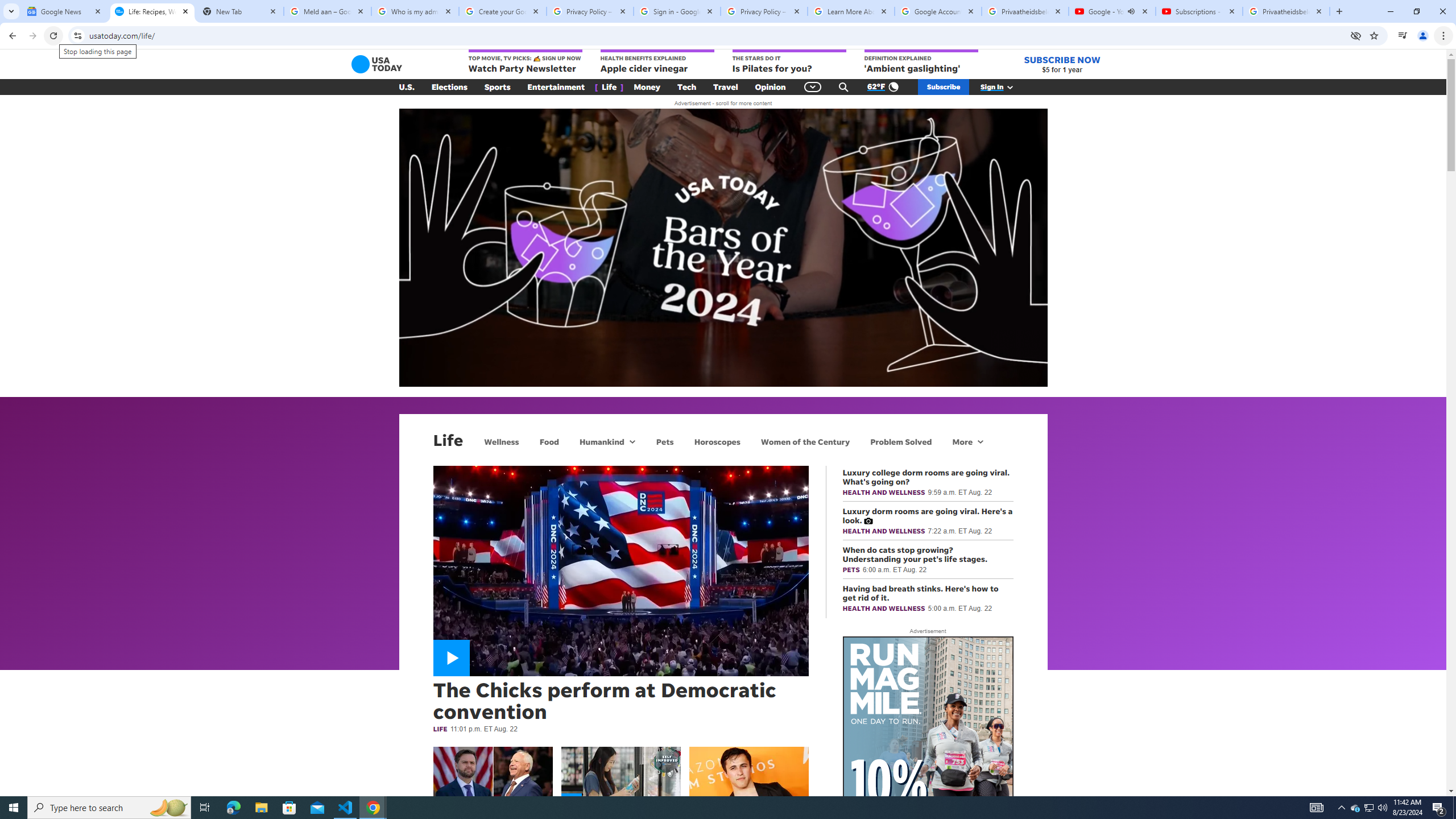  I want to click on 'Humankind', so click(600, 441).